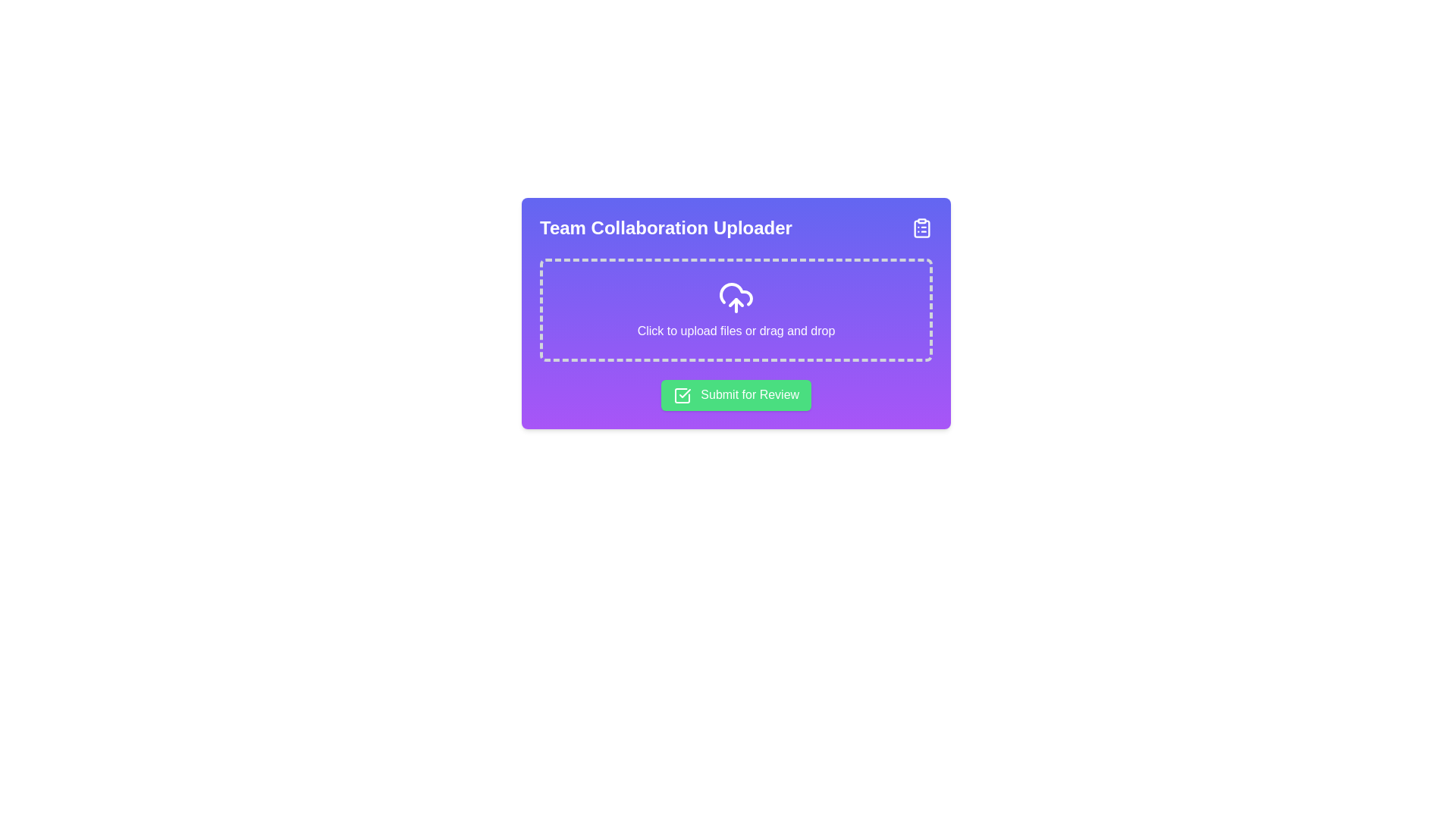 The image size is (1456, 819). What do you see at coordinates (736, 366) in the screenshot?
I see `the submit button located within the file upload area` at bounding box center [736, 366].